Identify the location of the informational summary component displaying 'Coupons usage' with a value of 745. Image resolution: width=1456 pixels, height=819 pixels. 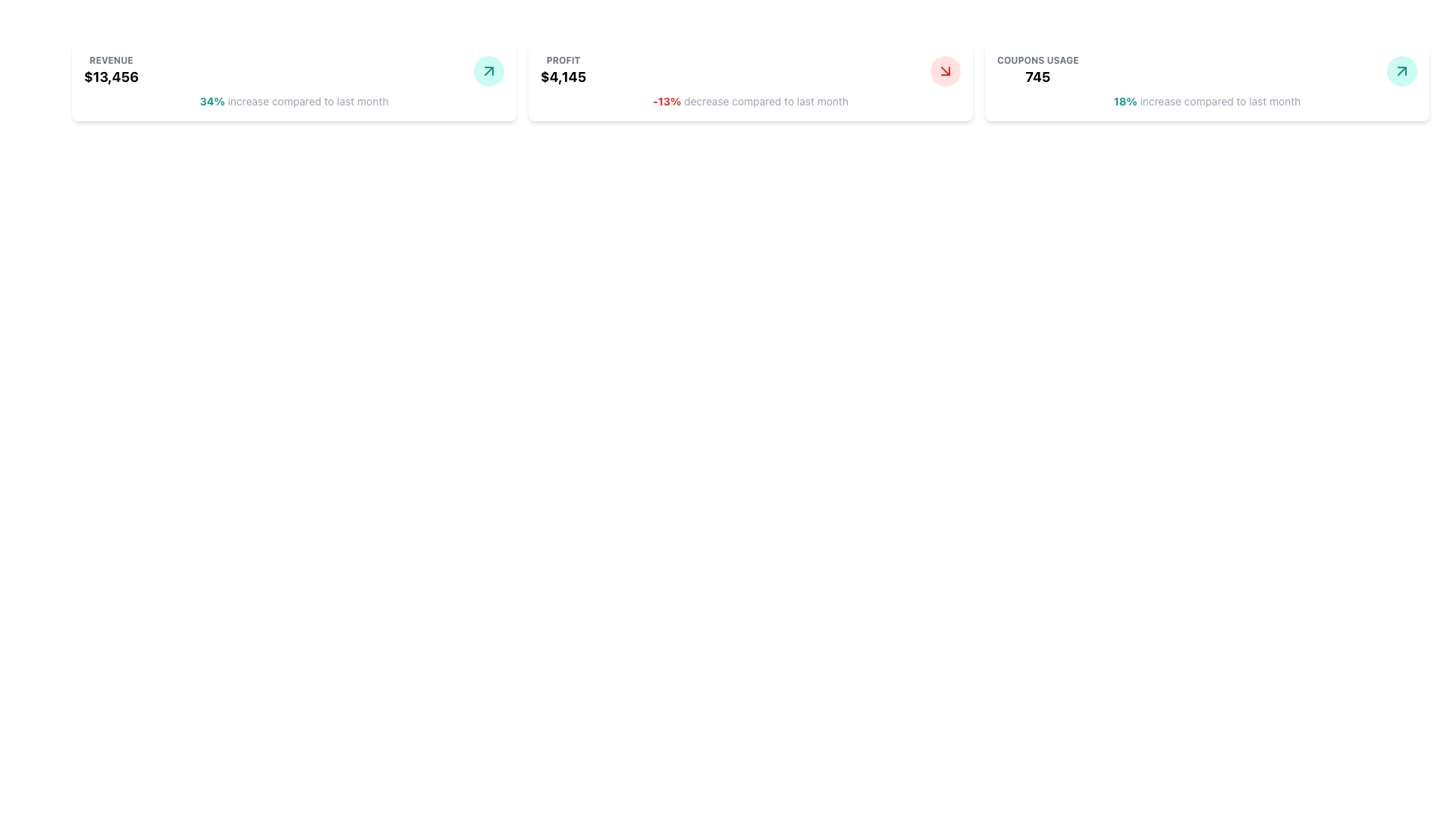
(1037, 71).